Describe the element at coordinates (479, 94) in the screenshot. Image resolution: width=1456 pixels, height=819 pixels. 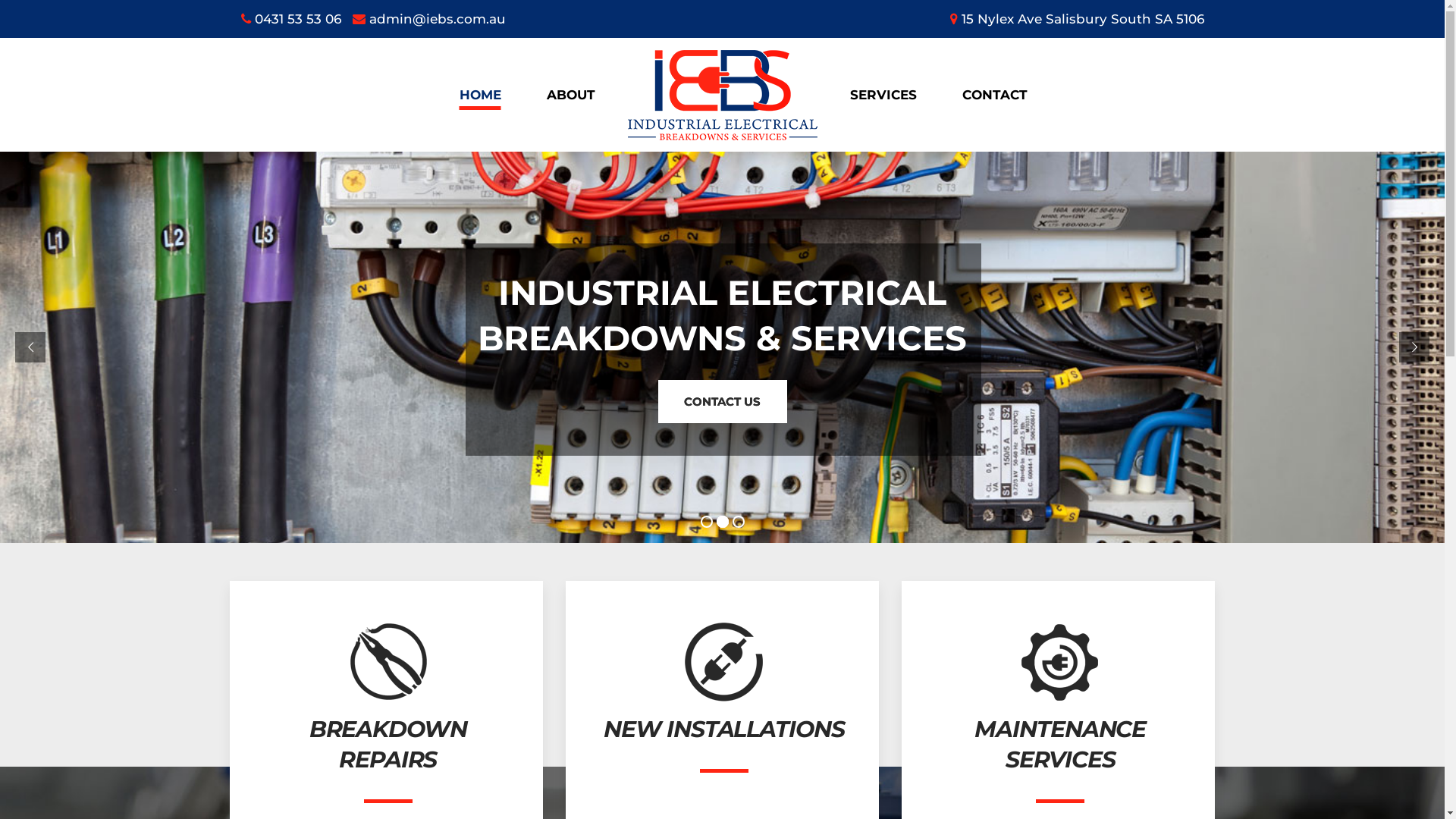
I see `'HOME'` at that location.